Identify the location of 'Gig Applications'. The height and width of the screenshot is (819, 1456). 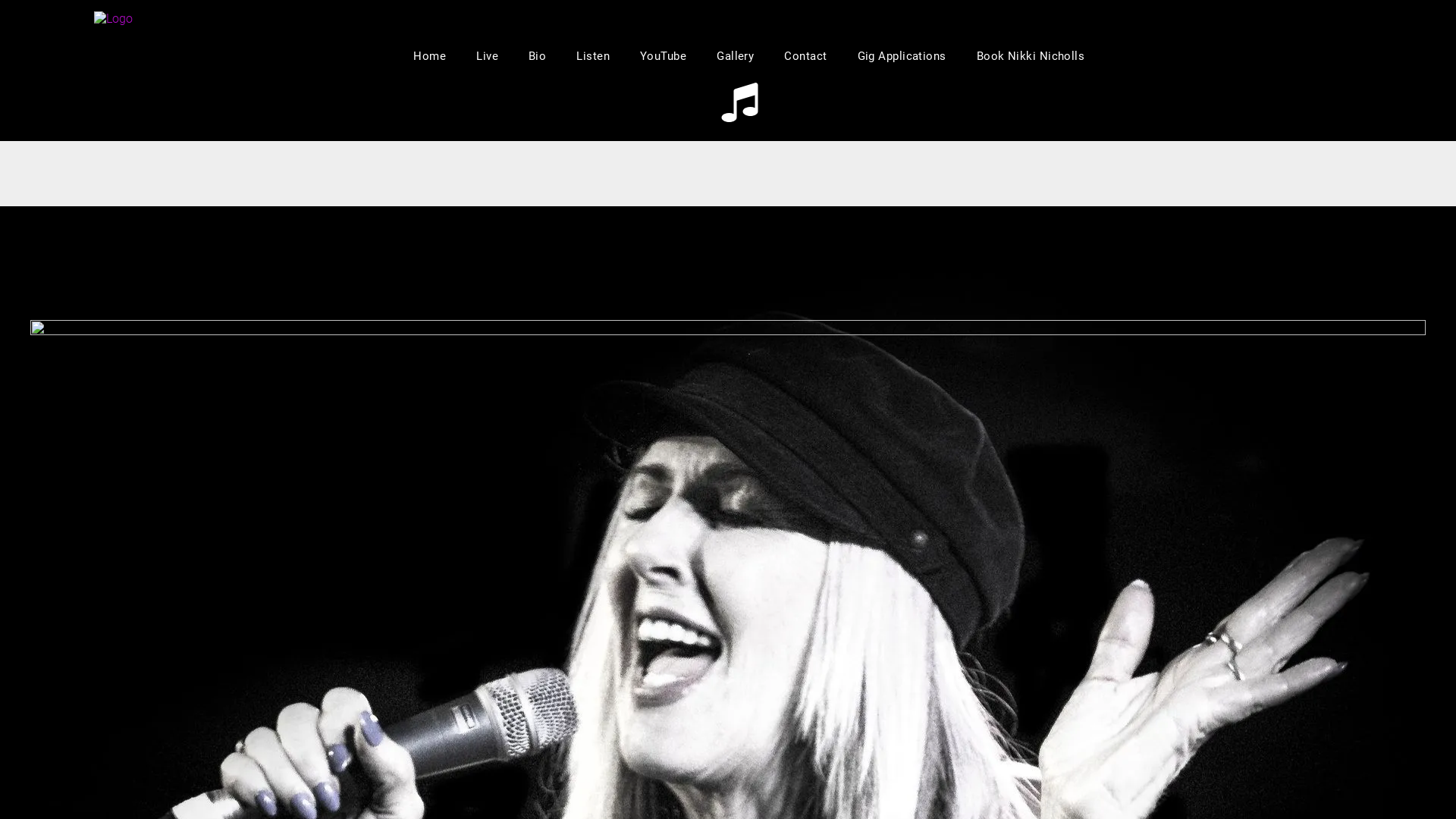
(901, 55).